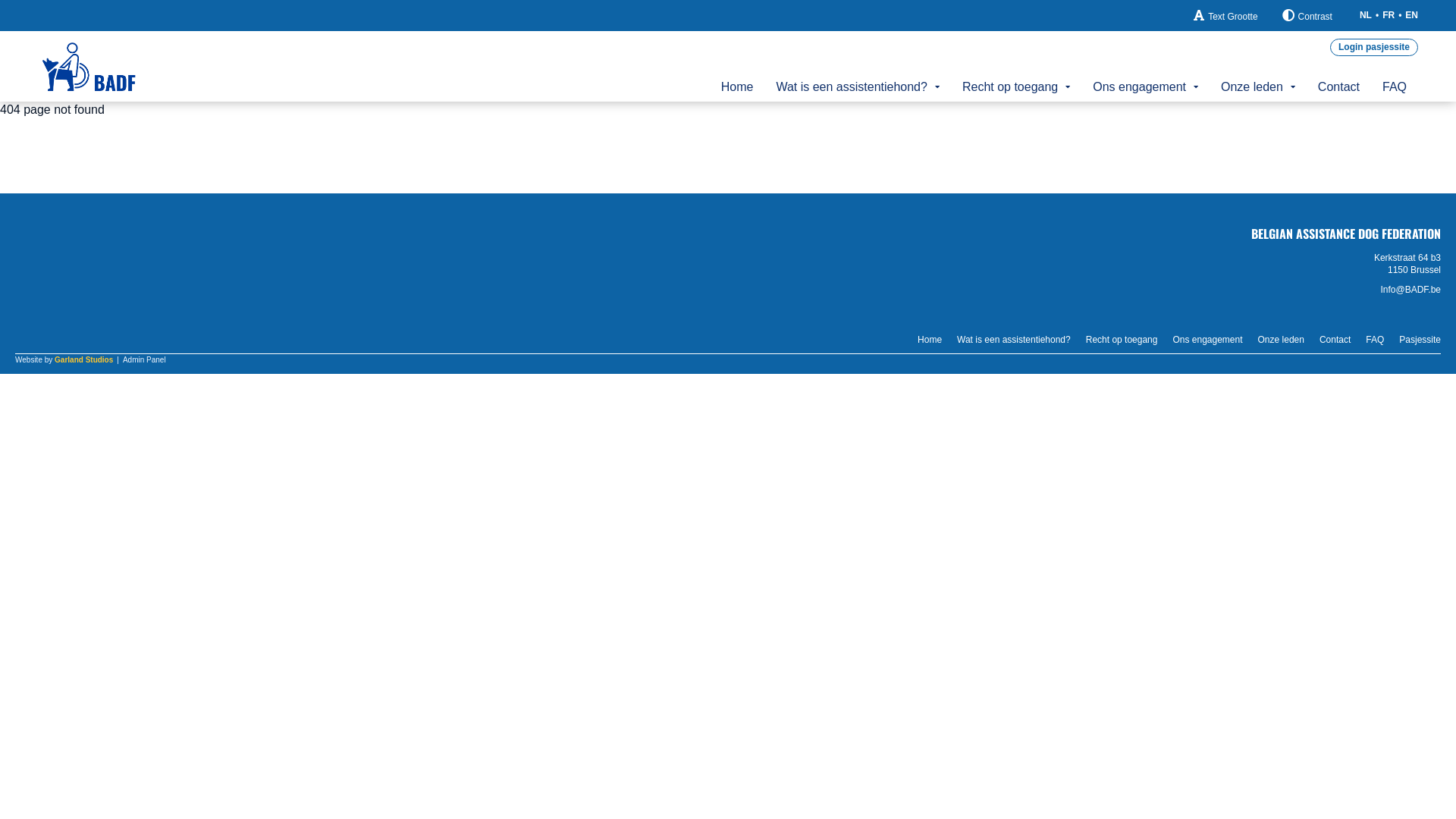 The height and width of the screenshot is (819, 1456). Describe the element at coordinates (1207, 338) in the screenshot. I see `'Ons engagement'` at that location.